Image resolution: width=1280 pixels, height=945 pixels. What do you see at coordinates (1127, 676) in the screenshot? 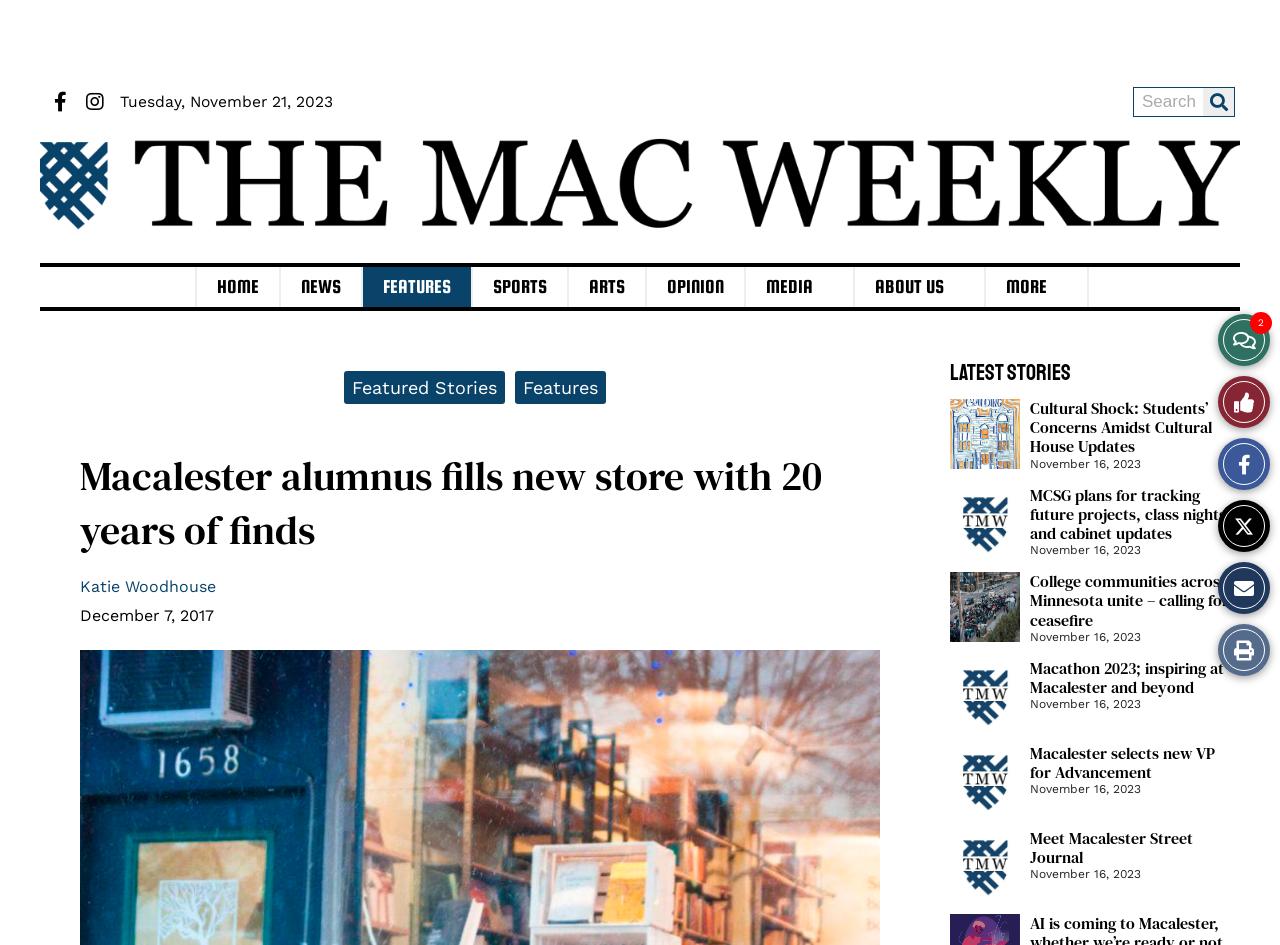
I see `'Macathon 2023; inspiring at Macalester and beyond'` at bounding box center [1127, 676].